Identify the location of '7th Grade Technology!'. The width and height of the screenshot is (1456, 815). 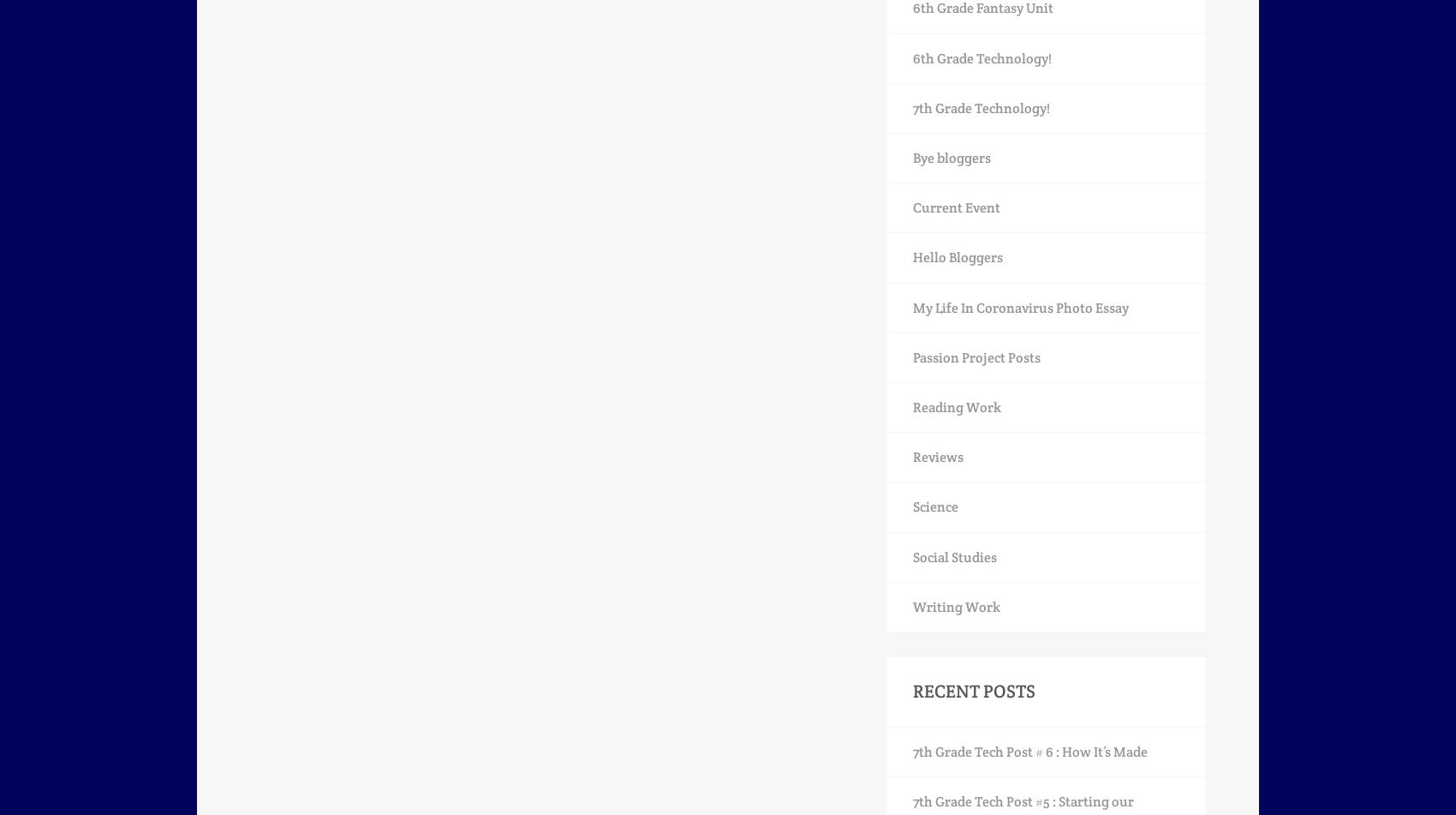
(981, 107).